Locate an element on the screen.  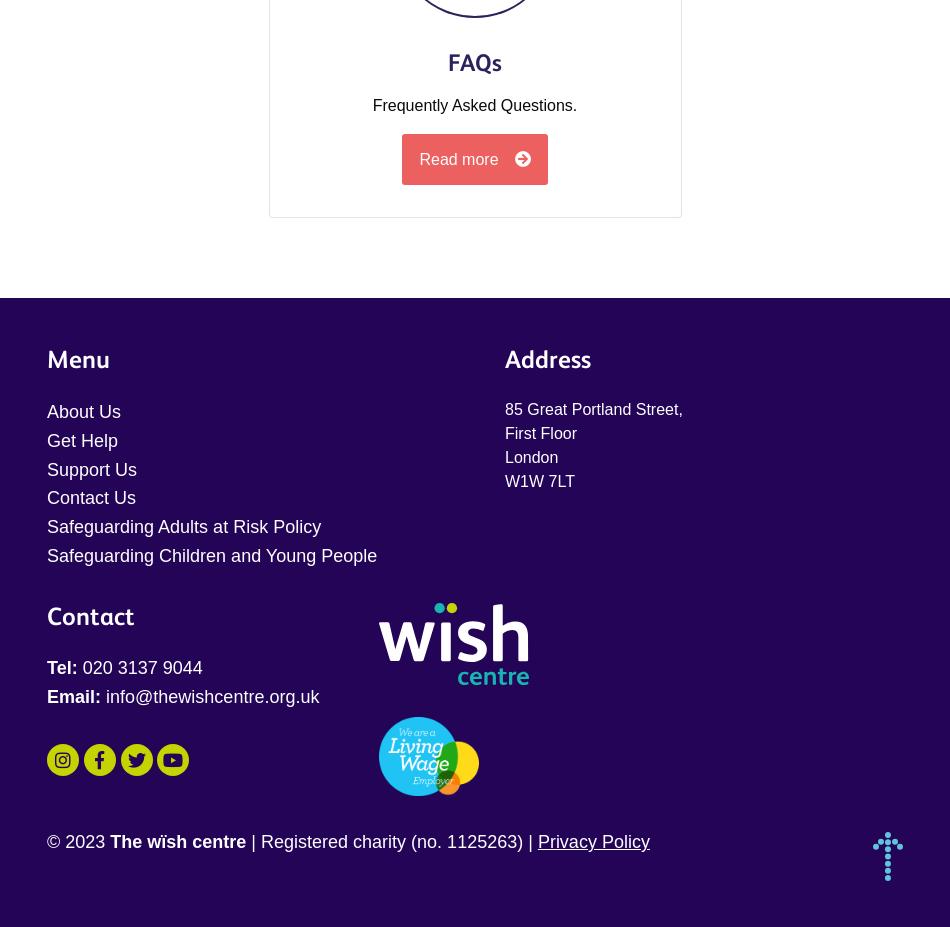
'85 Great Portland Street,' is located at coordinates (593, 407).